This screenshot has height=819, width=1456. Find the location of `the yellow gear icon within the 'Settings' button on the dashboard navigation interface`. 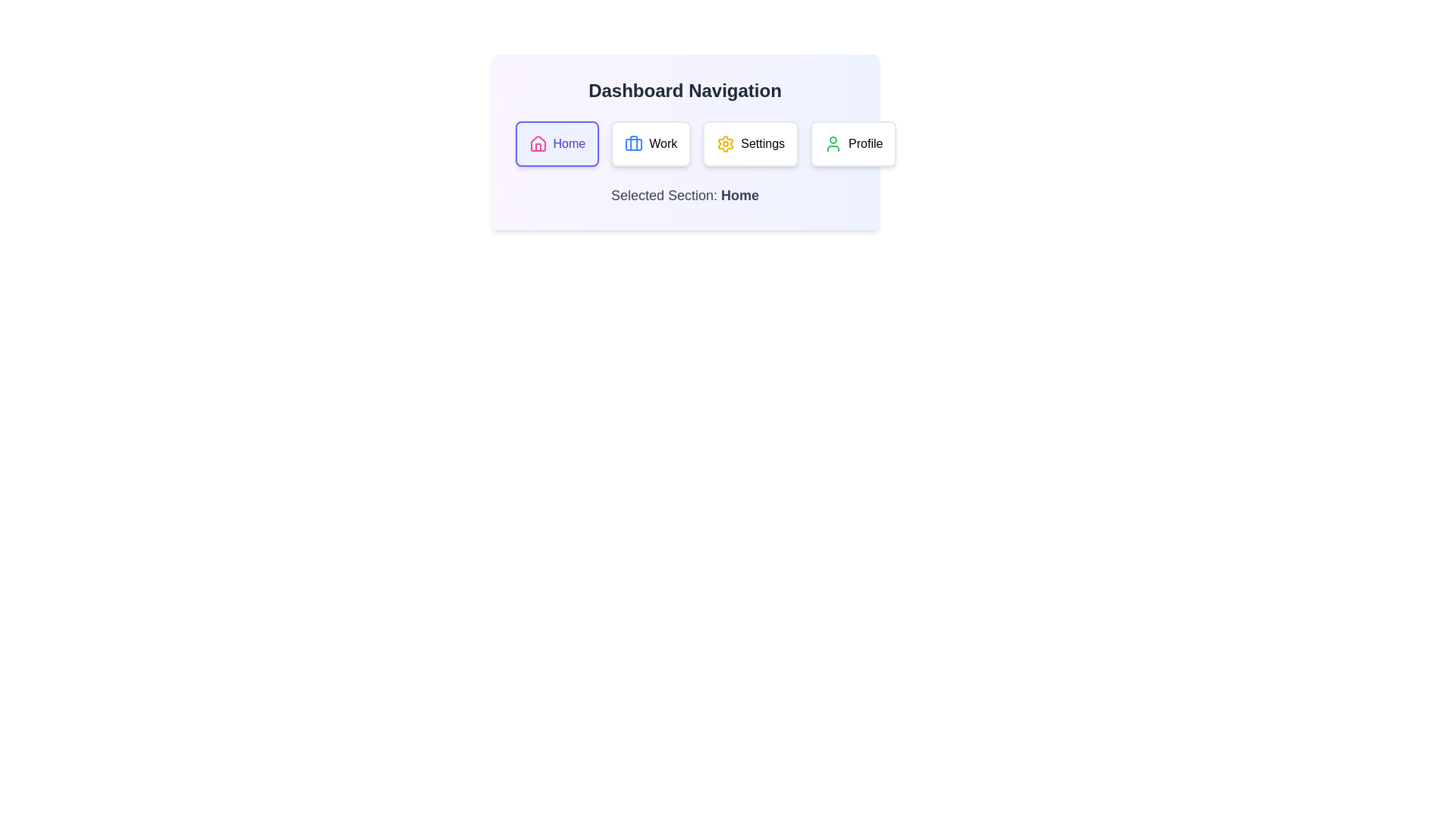

the yellow gear icon within the 'Settings' button on the dashboard navigation interface is located at coordinates (724, 143).